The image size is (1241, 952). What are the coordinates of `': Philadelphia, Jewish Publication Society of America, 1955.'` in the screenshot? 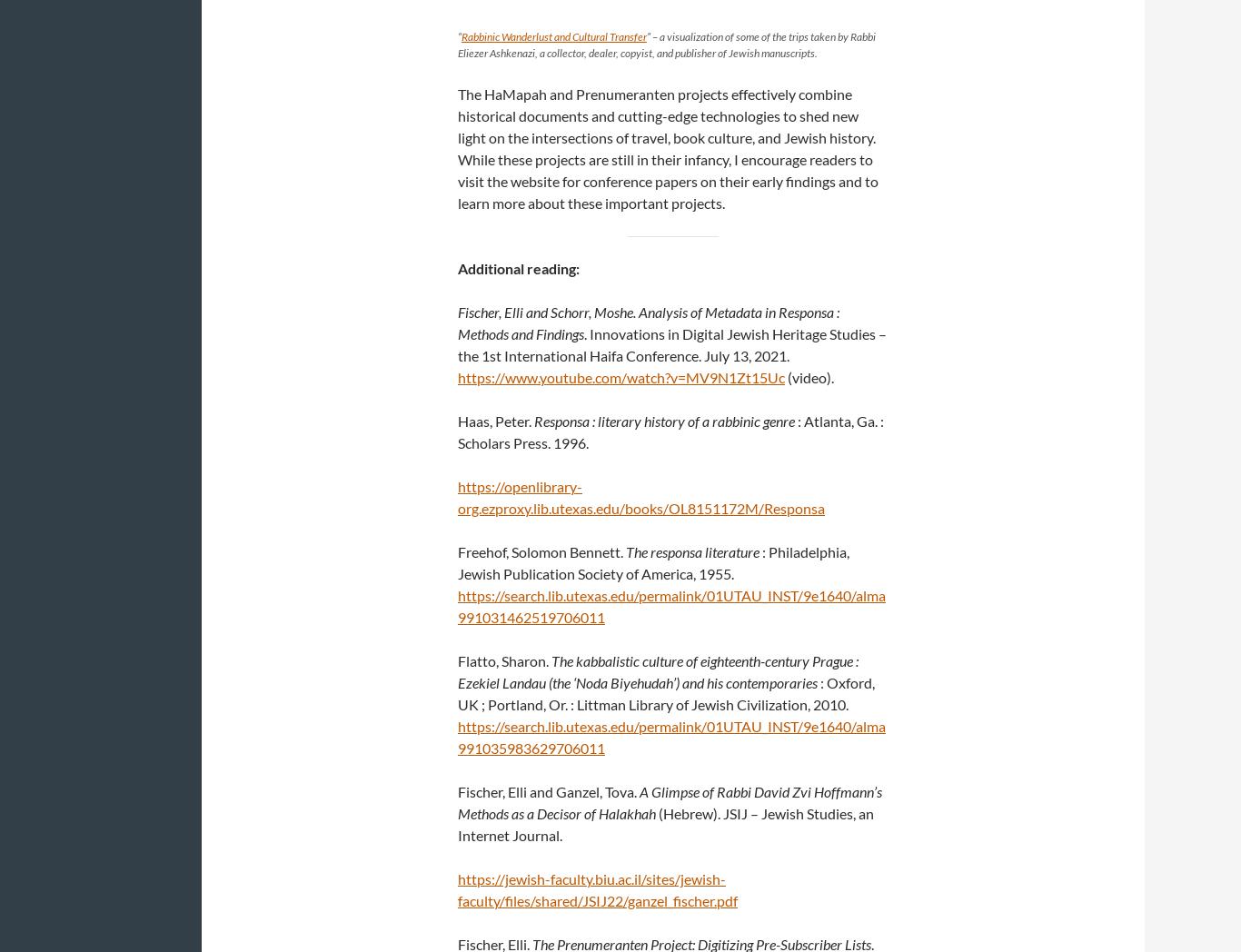 It's located at (653, 561).